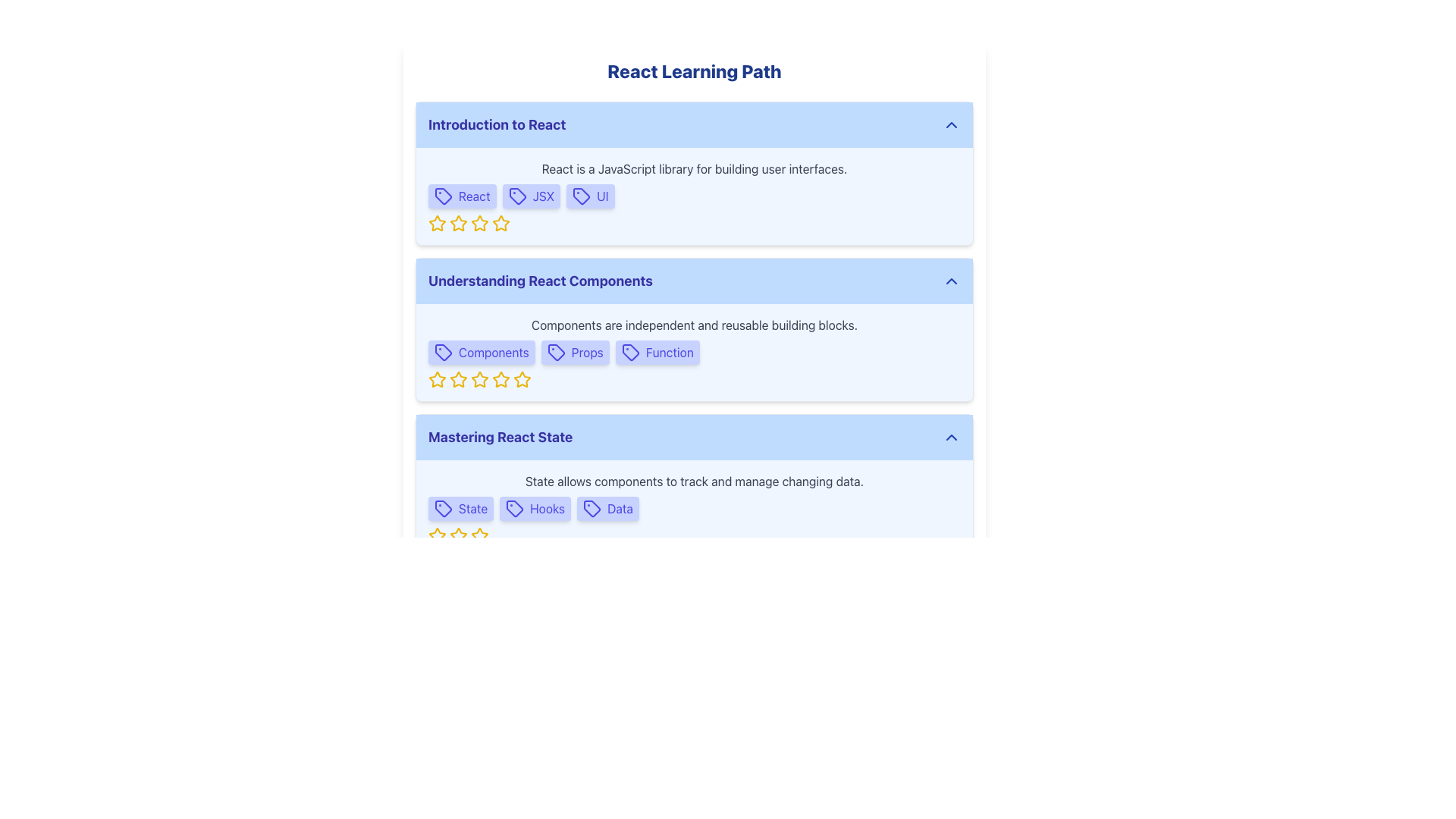 This screenshot has height=819, width=1456. Describe the element at coordinates (950, 281) in the screenshot. I see `the blue upward chevron arrow icon located on the right side of the 'Understanding React Components' section header` at that location.